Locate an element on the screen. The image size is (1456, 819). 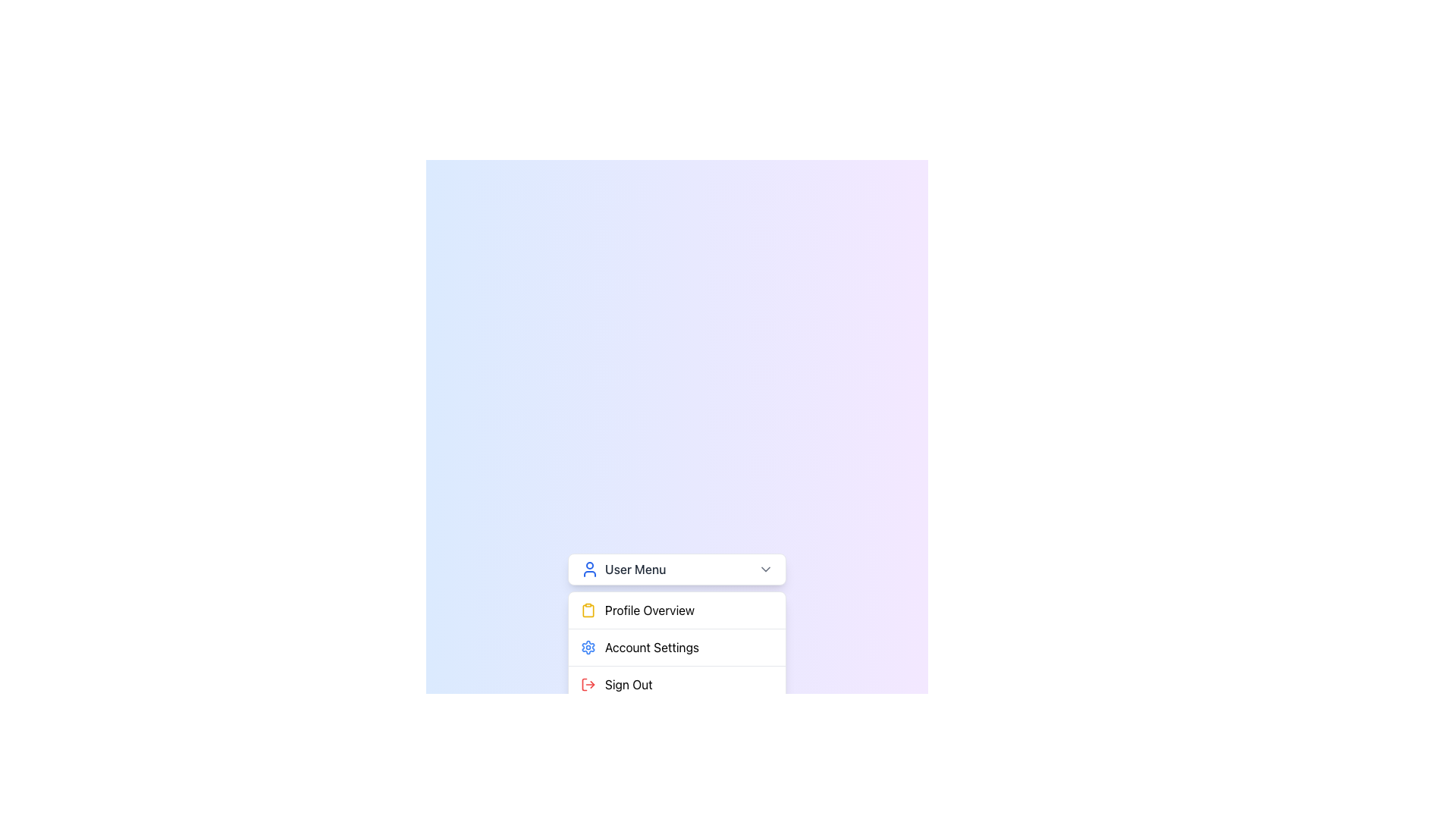
the sign out button located in the dropdown menu beneath the 'Account Settings' option to log out of the user's account is located at coordinates (676, 684).